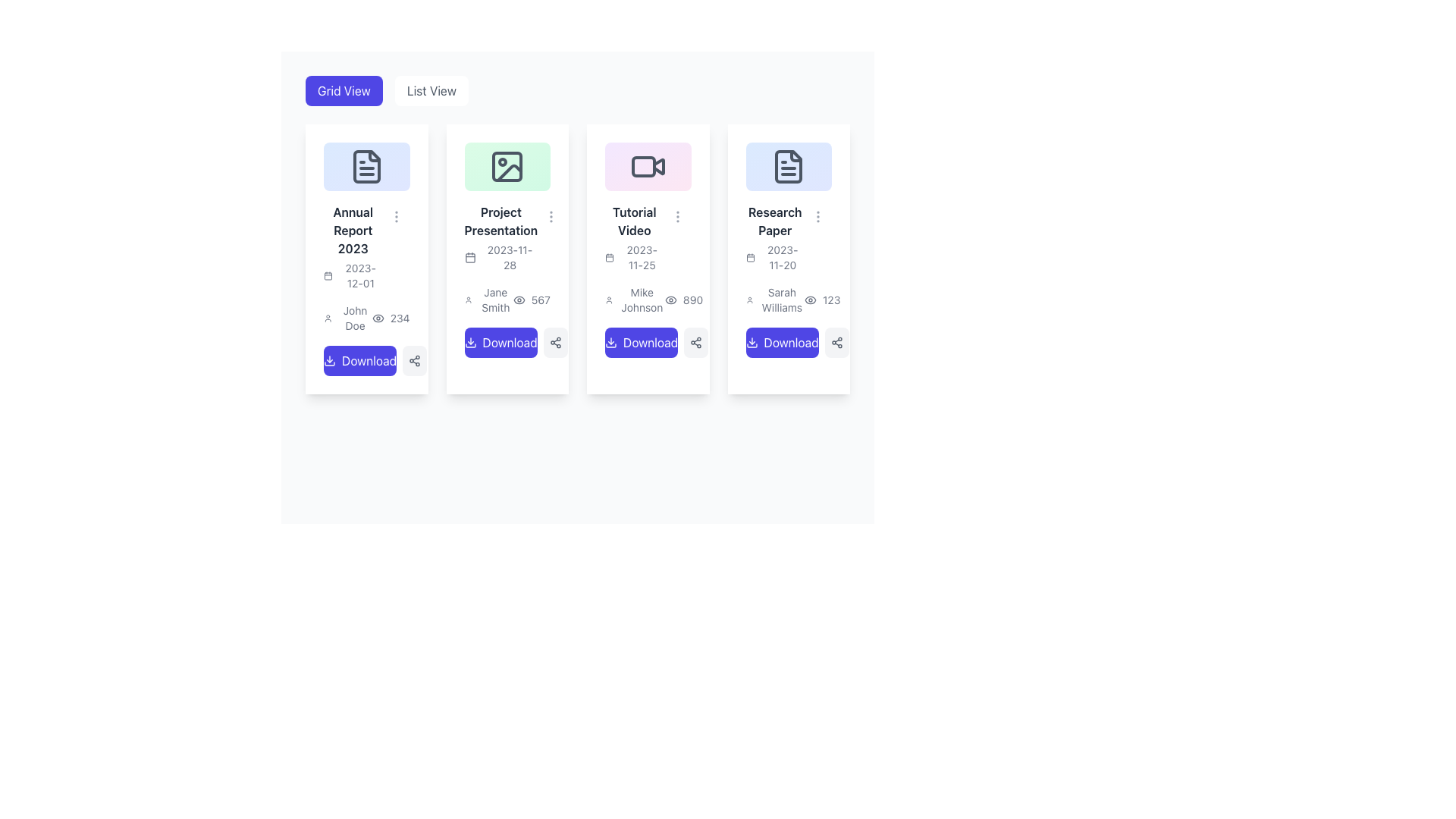  I want to click on the small calendar icon located in the third card from the left, below the title 'Tutorial Video' and above the text '2023-11-25', so click(610, 256).